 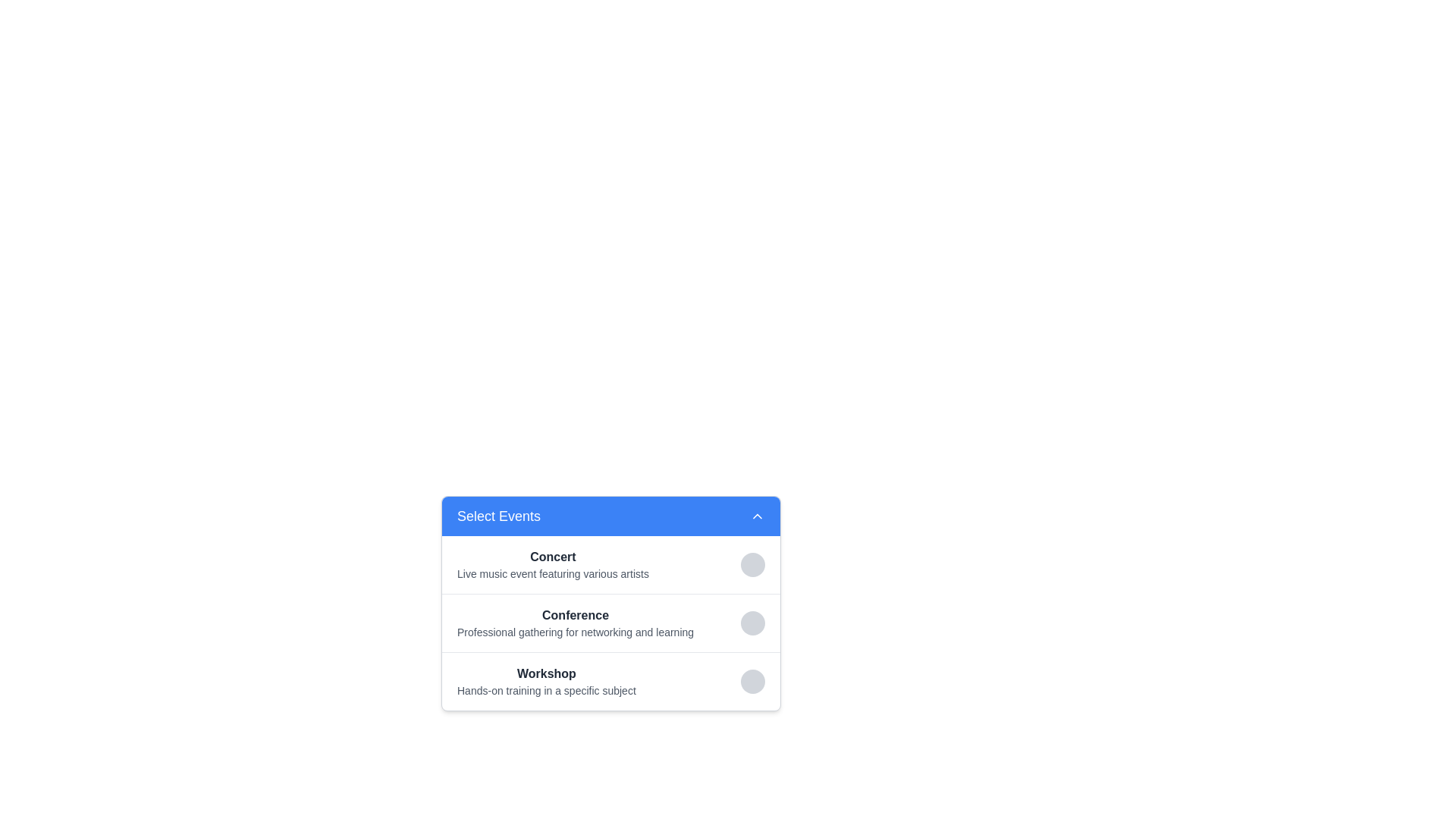 I want to click on text details of the conference label, which is the second item in the vertical list within the 'Select Events' panel, positioned between 'Concert' and 'Workshop', so click(x=611, y=623).